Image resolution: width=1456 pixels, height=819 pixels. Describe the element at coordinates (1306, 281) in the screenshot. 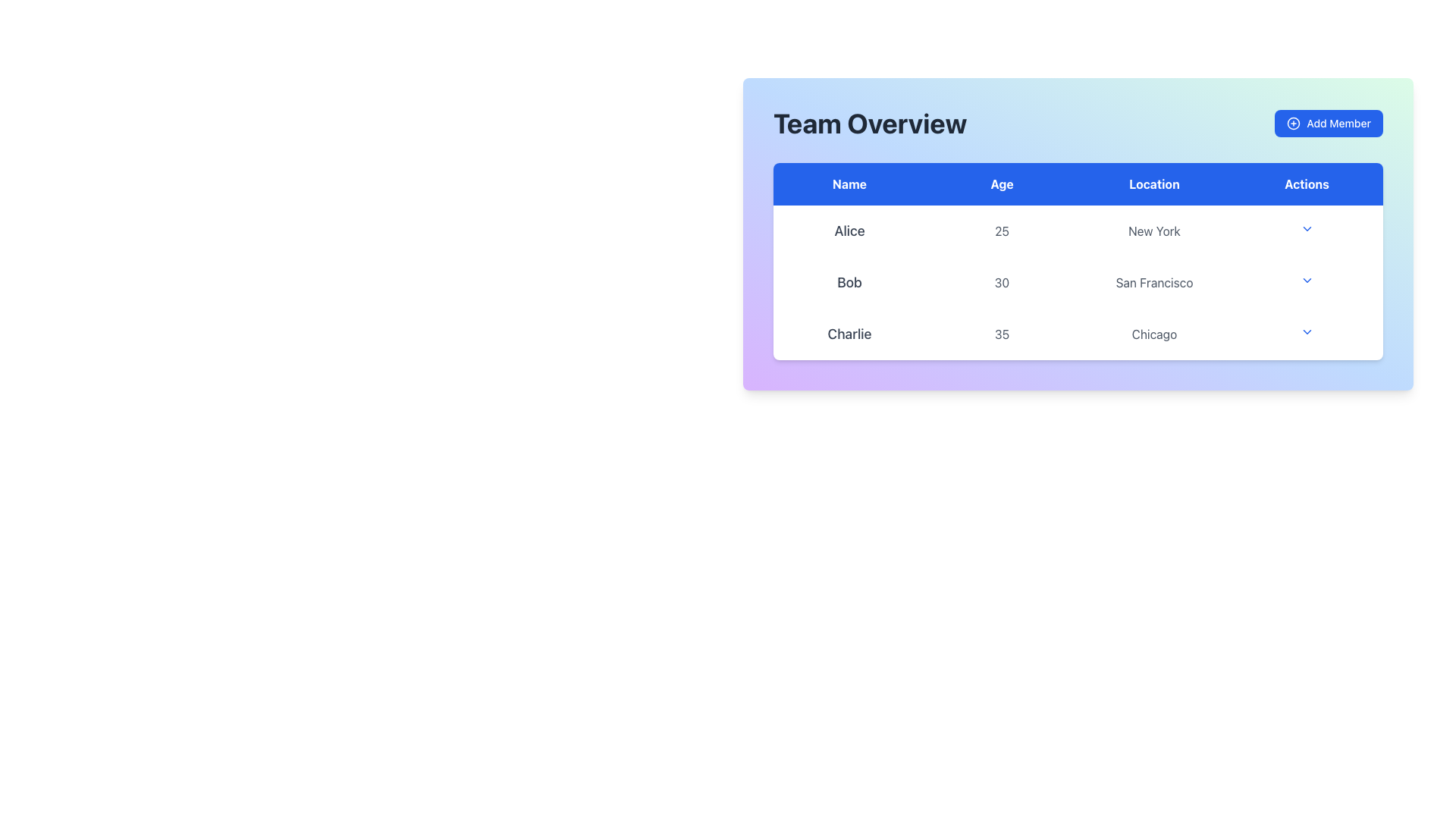

I see `the chevron icon button located in the 'Actions' column of the second row in the table` at that location.